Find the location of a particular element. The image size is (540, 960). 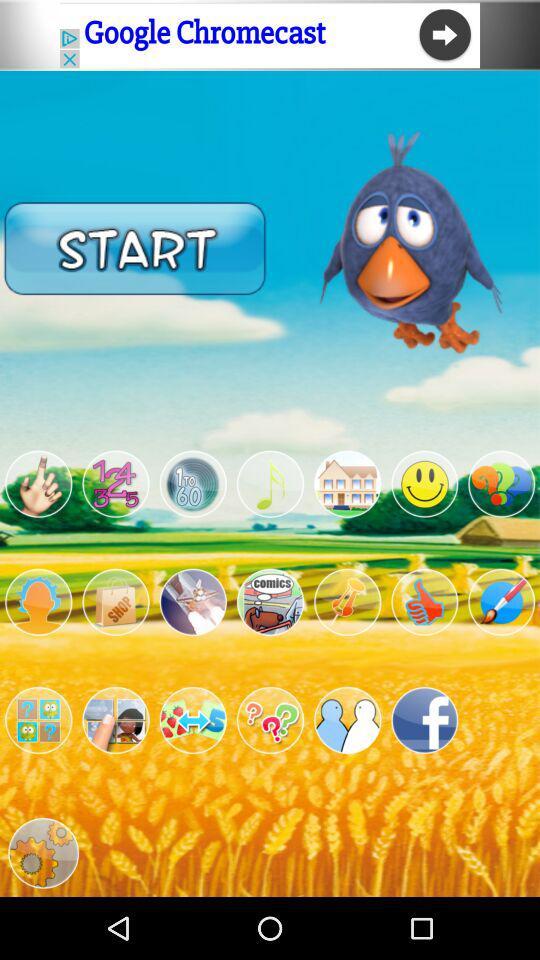

choose mood is located at coordinates (423, 483).